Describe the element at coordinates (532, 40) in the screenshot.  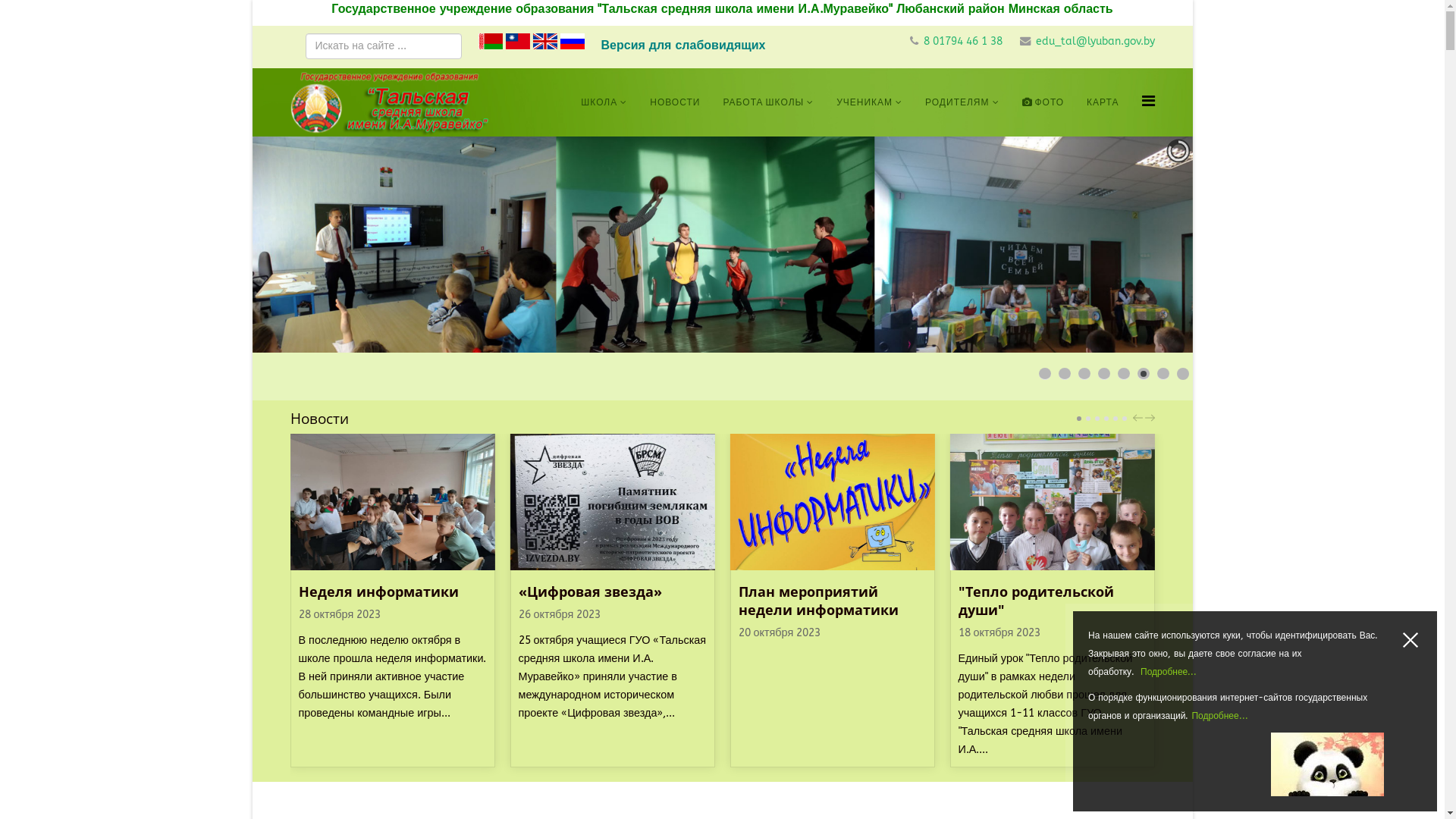
I see `'English'` at that location.